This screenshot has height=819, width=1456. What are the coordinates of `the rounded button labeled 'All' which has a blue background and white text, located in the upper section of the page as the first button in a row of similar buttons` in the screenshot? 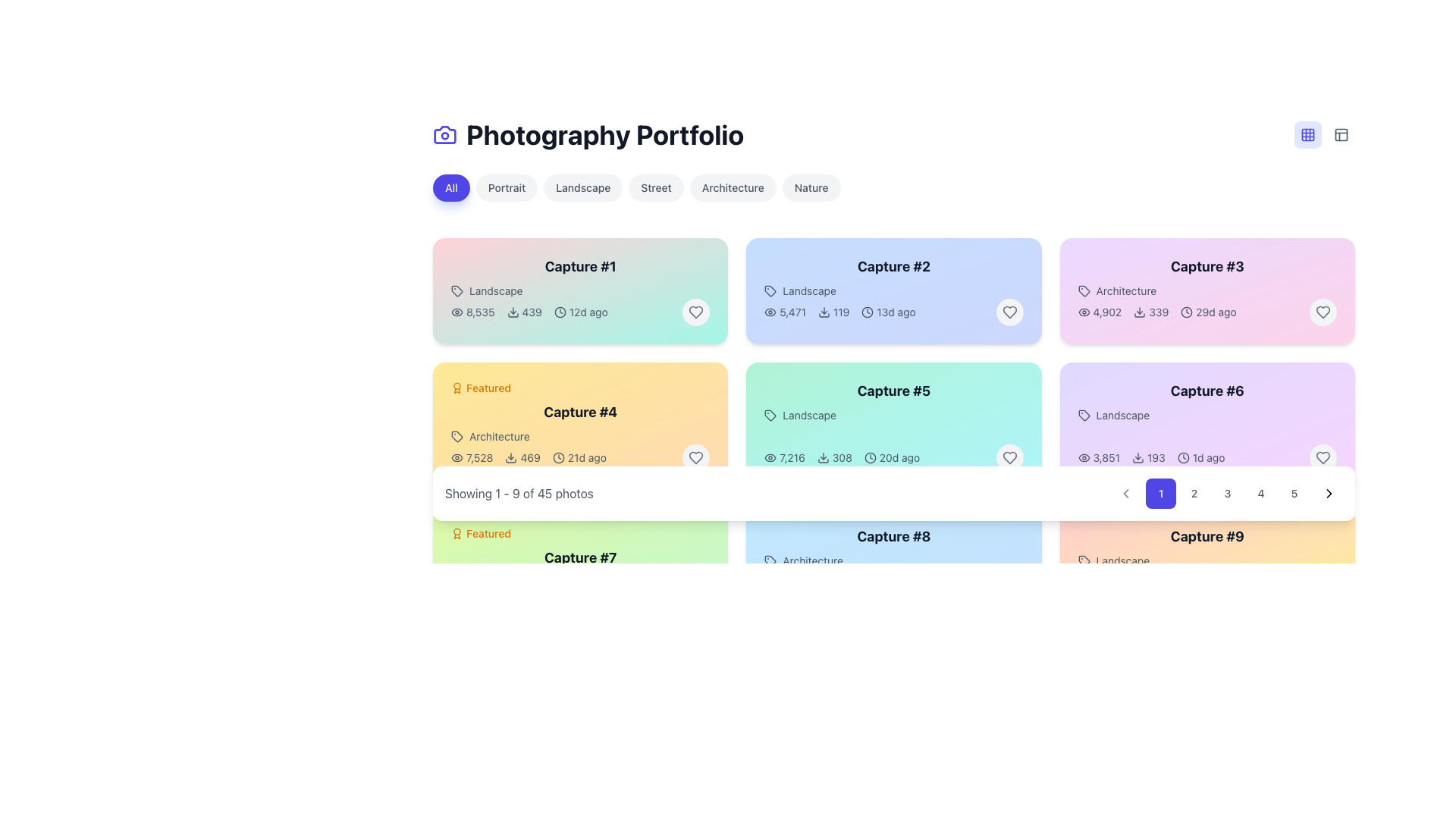 It's located at (450, 187).